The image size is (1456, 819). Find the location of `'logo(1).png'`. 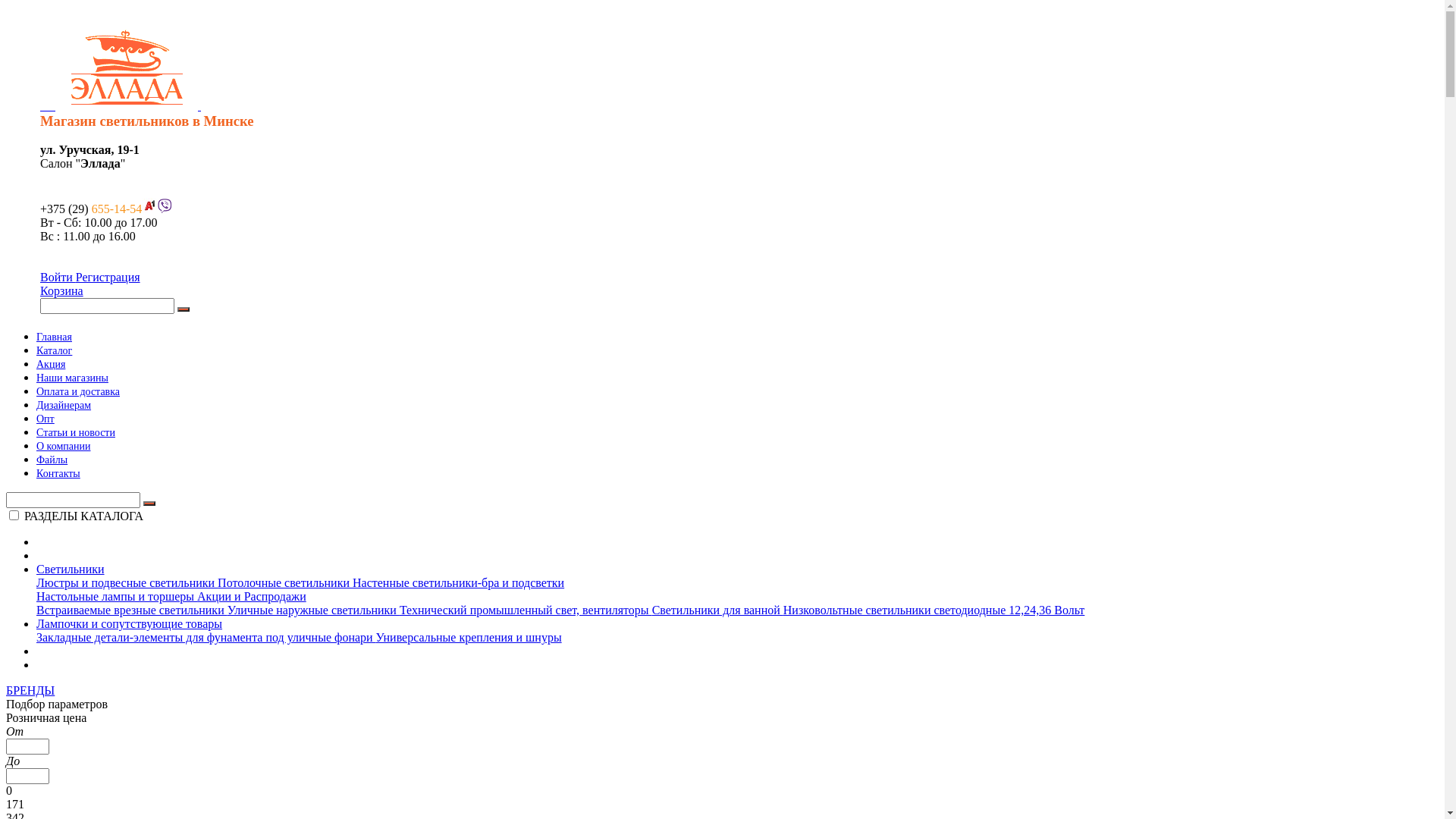

'logo(1).png' is located at coordinates (127, 66).